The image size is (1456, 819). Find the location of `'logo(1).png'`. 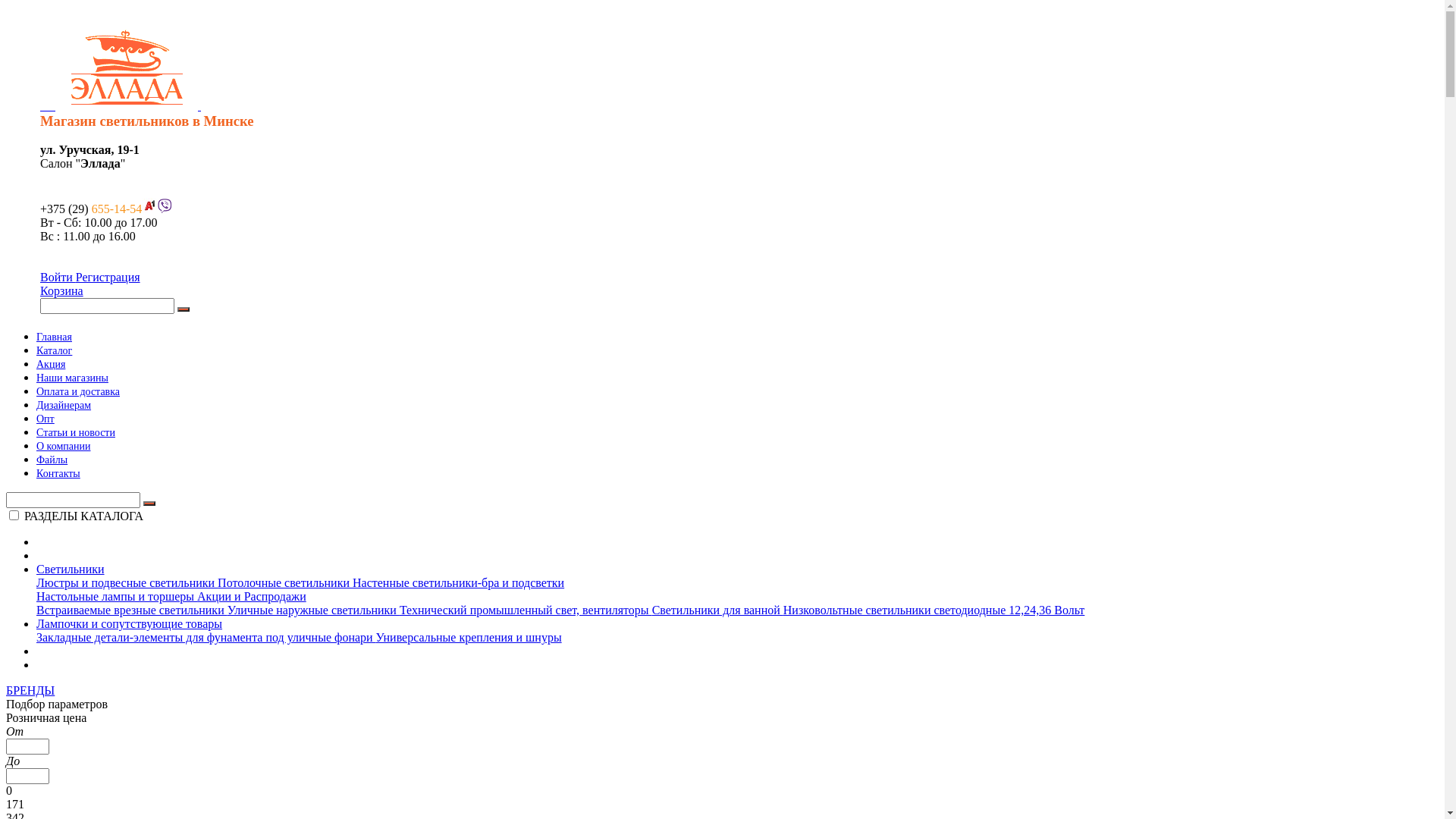

'logo(1).png' is located at coordinates (127, 66).